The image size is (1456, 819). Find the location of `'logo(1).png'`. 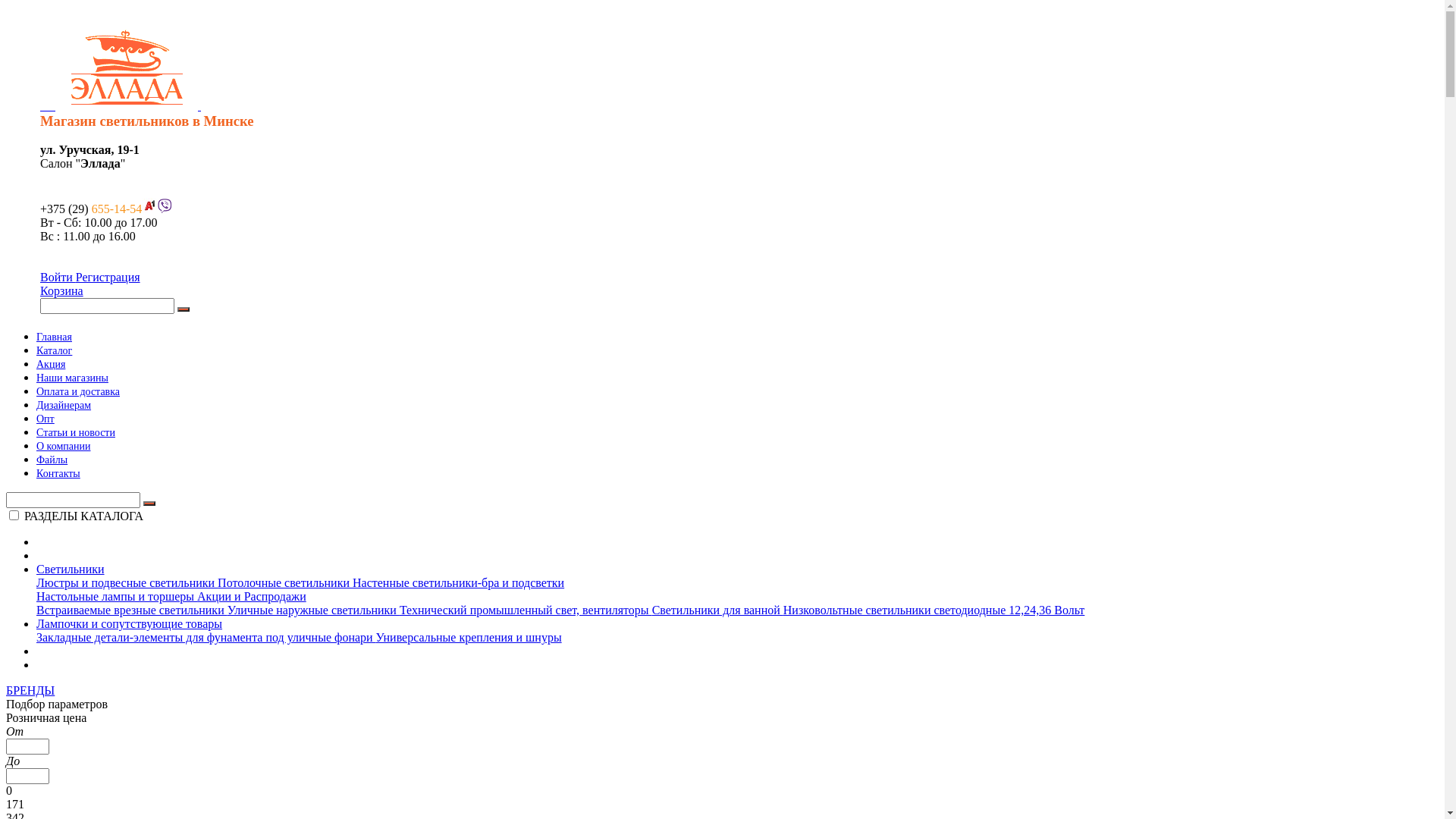

'logo(1).png' is located at coordinates (127, 66).